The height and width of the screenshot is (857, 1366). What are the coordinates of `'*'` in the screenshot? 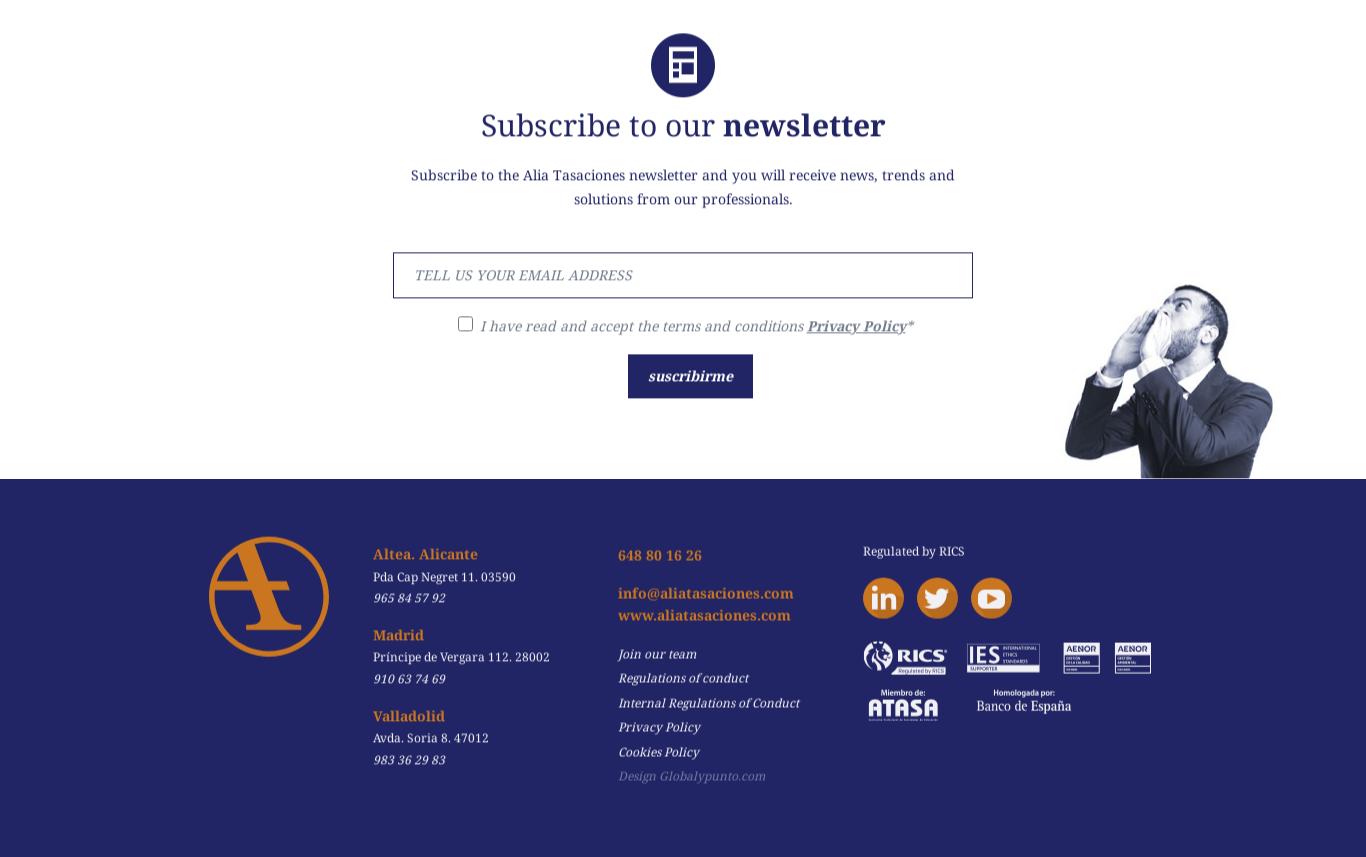 It's located at (903, 326).